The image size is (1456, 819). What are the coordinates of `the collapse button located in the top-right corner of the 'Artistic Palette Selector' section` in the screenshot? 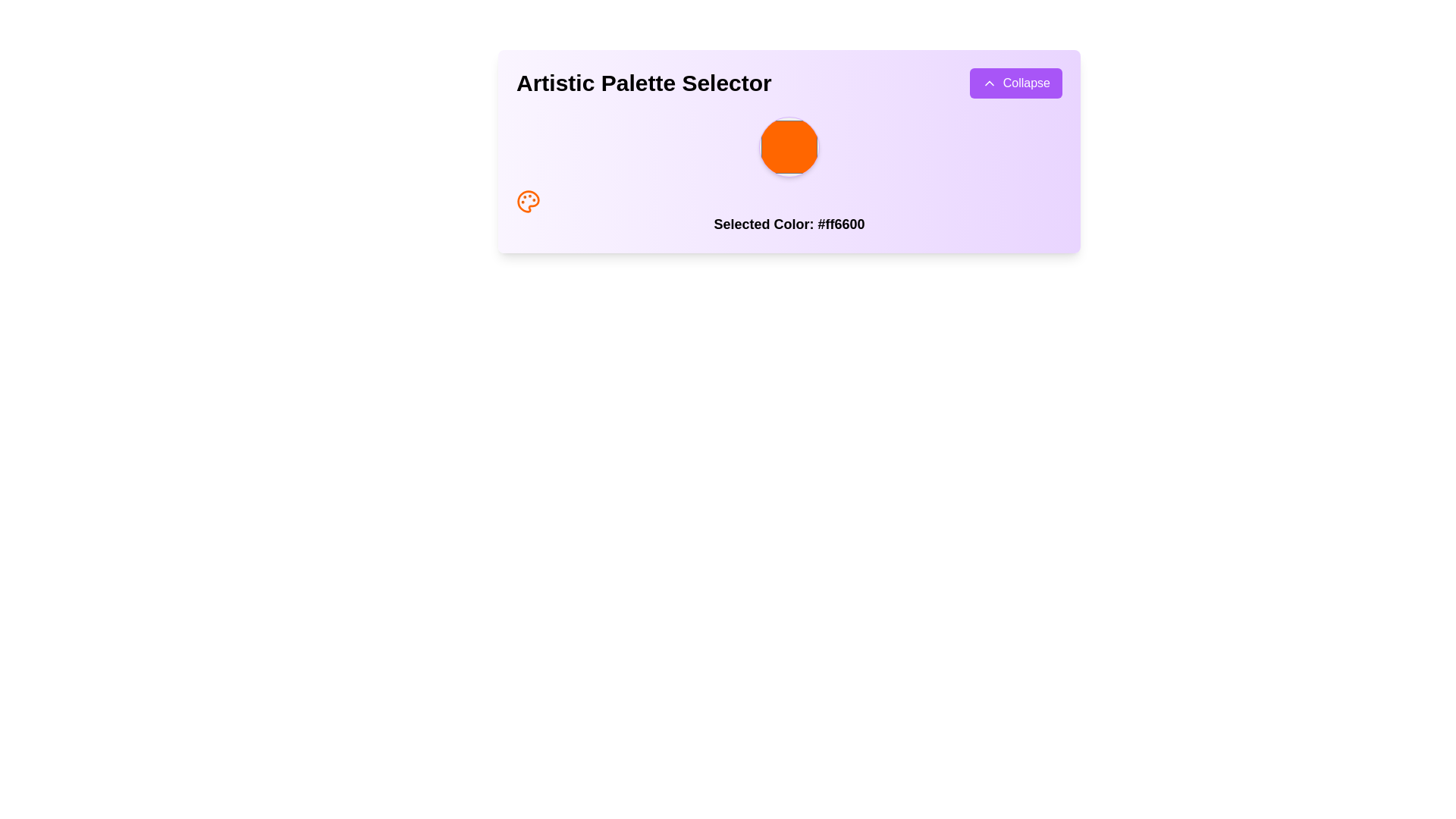 It's located at (1015, 83).